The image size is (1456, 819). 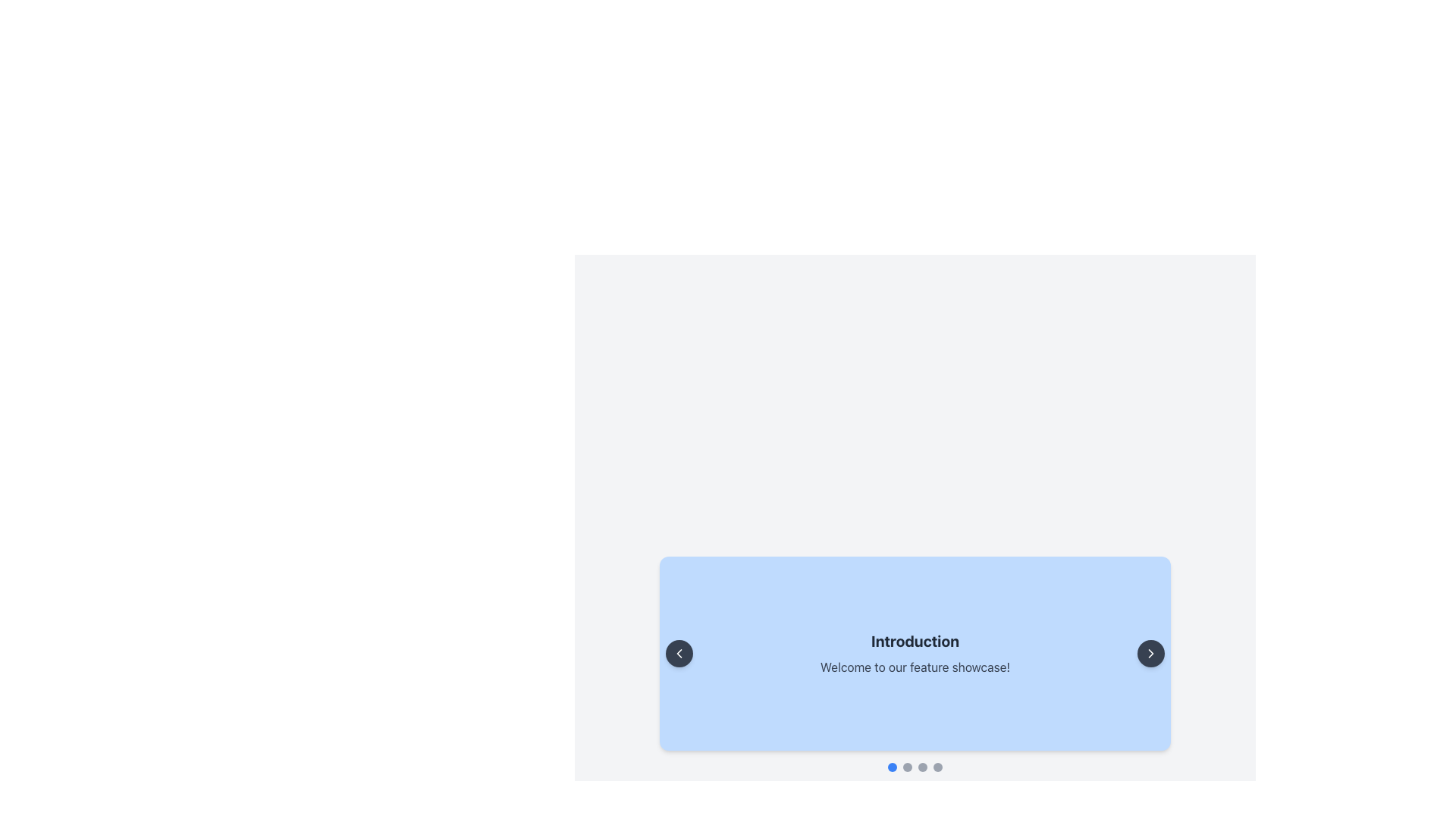 What do you see at coordinates (679, 652) in the screenshot?
I see `the button located on the left side of the blue panel under the content titled 'Introduction'` at bounding box center [679, 652].